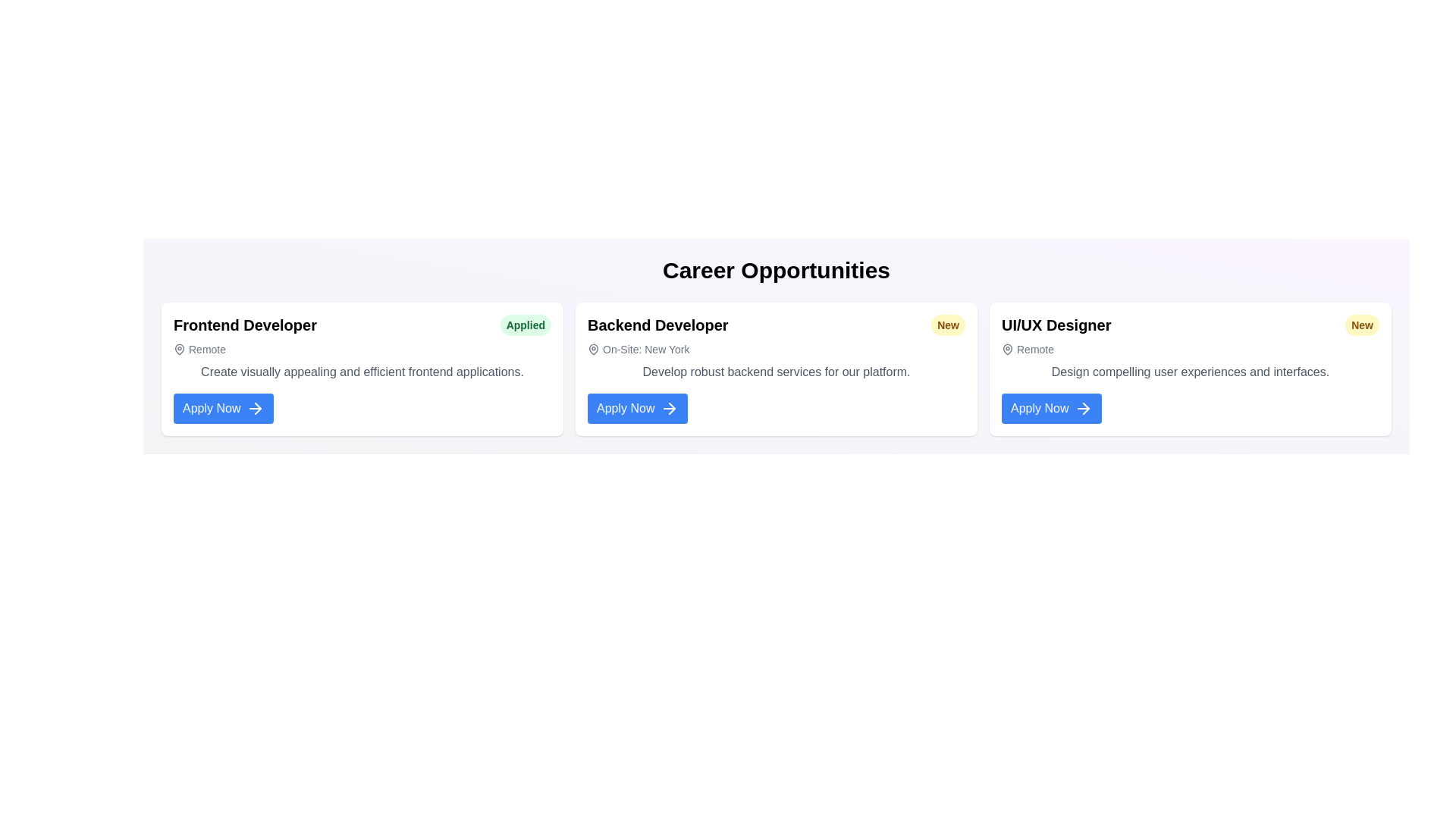 This screenshot has width=1456, height=819. What do you see at coordinates (1056, 324) in the screenshot?
I see `the title Text label of the job card in the third position under the 'Career Opportunities' section, which serves as the visual descriptor for the job role` at bounding box center [1056, 324].